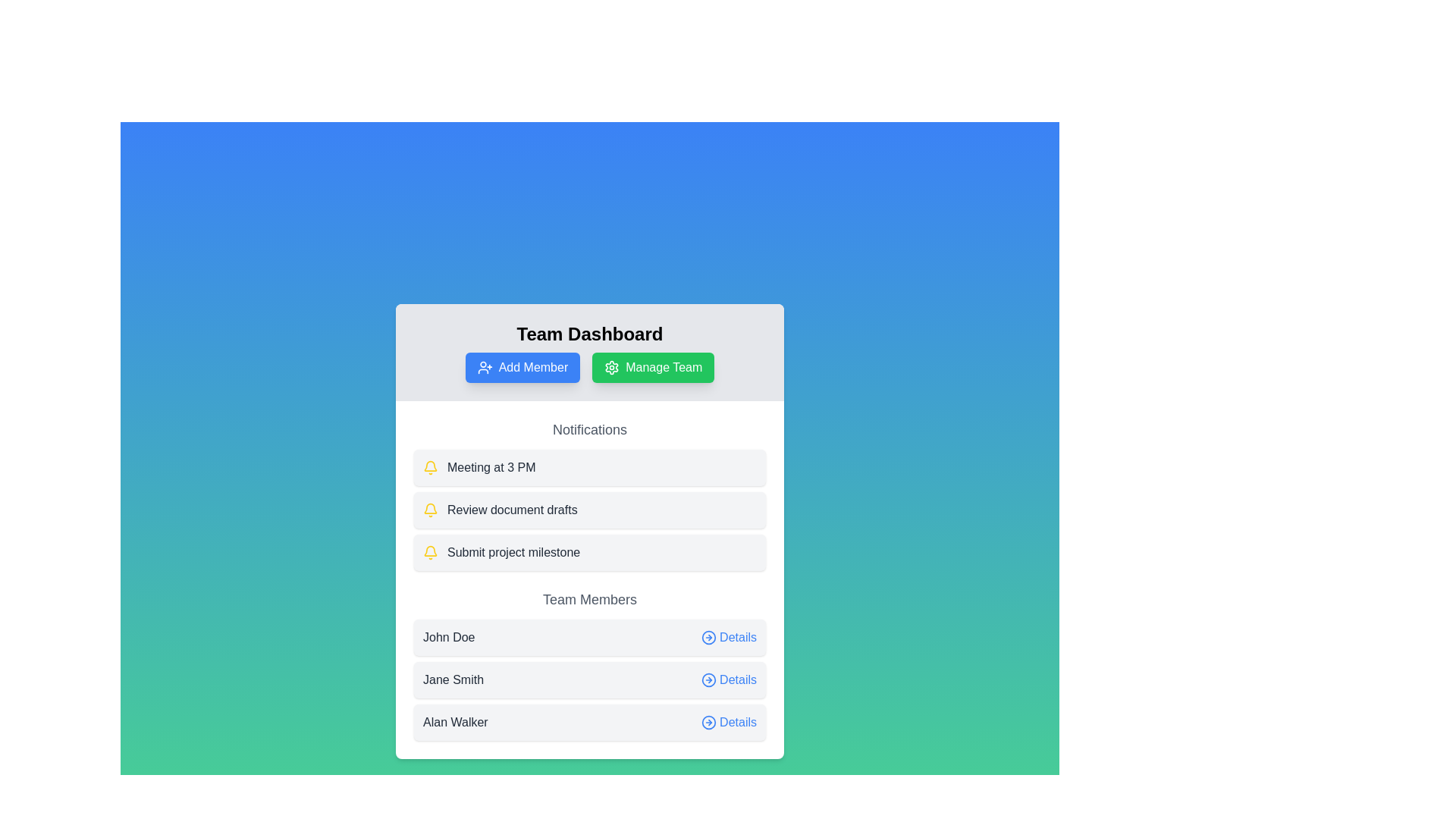 The width and height of the screenshot is (1456, 819). What do you see at coordinates (708, 721) in the screenshot?
I see `the icon located to the right of the 'Alan Walker' member row in the 'Team Members' section of the dashboard to trigger a tooltip, if implemented` at bounding box center [708, 721].